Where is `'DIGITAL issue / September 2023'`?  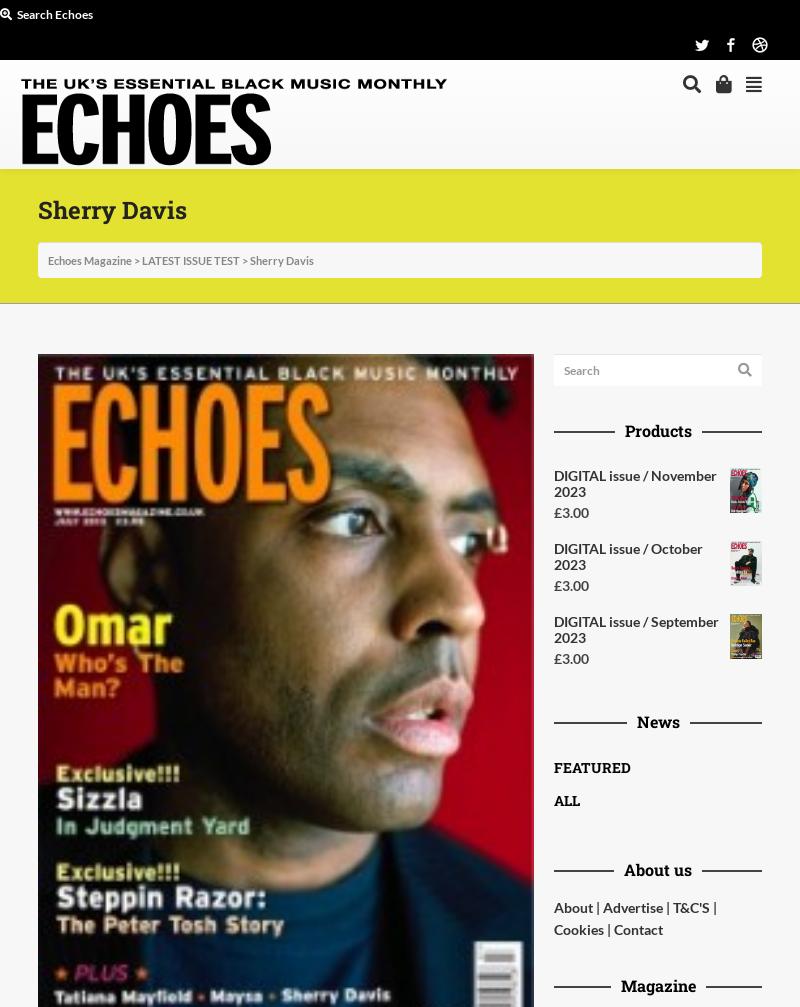
'DIGITAL issue / September 2023' is located at coordinates (554, 628).